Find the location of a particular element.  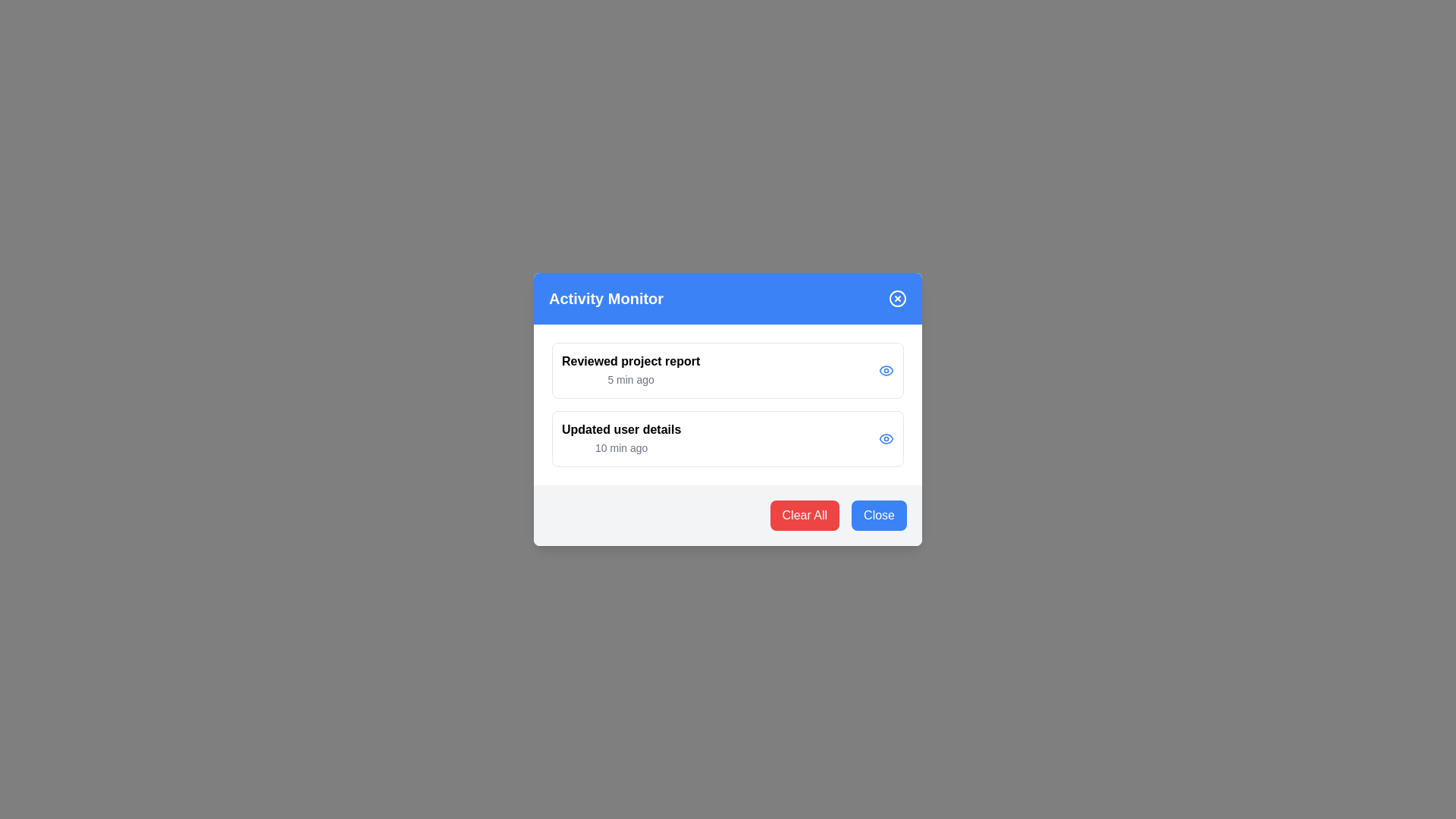

the eye icon for the activity item Reviewed project report is located at coordinates (886, 371).